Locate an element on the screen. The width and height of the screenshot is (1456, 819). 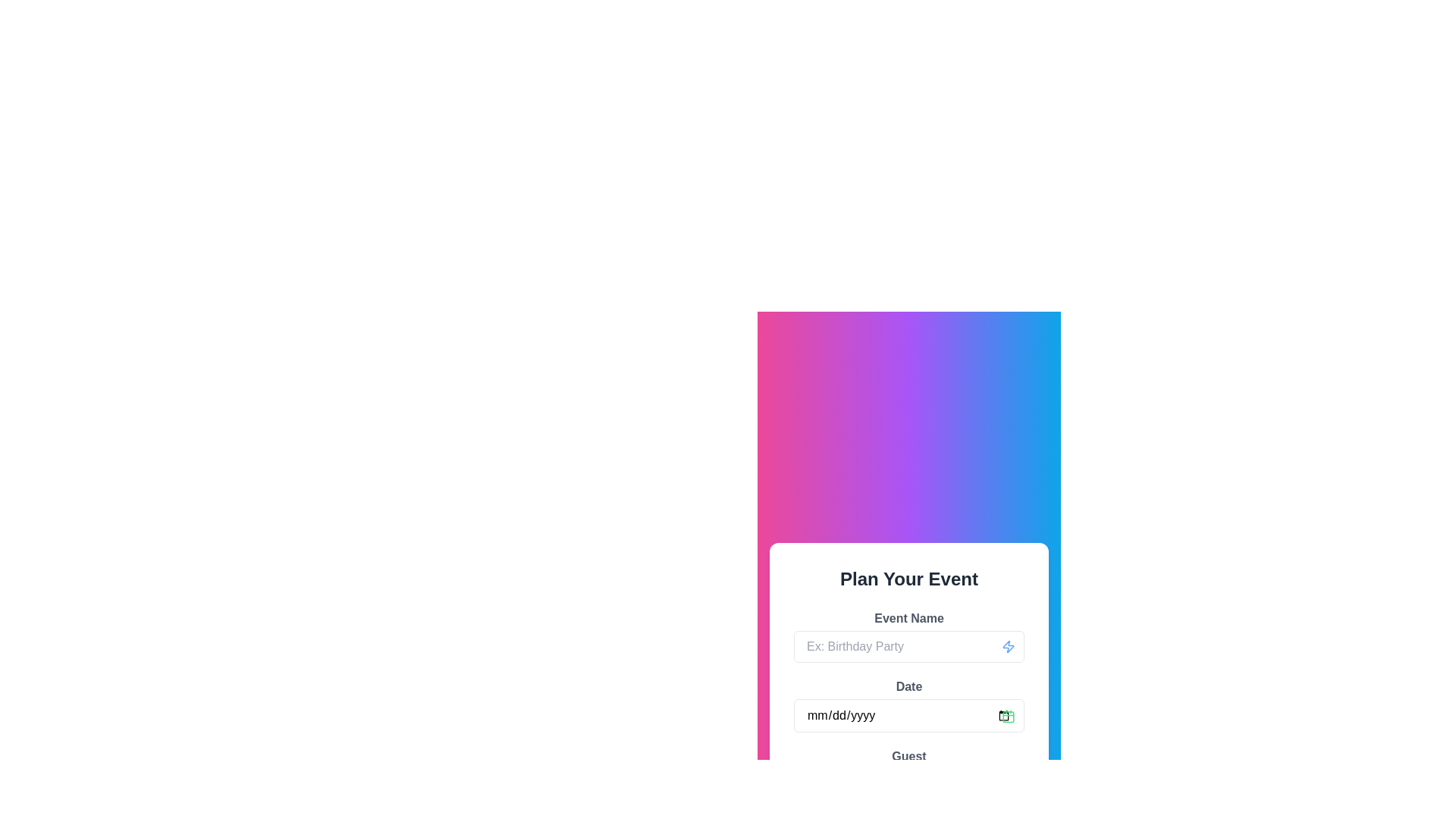
the small rectangular UI element with rounded corners located within the calendar icon is located at coordinates (1008, 717).